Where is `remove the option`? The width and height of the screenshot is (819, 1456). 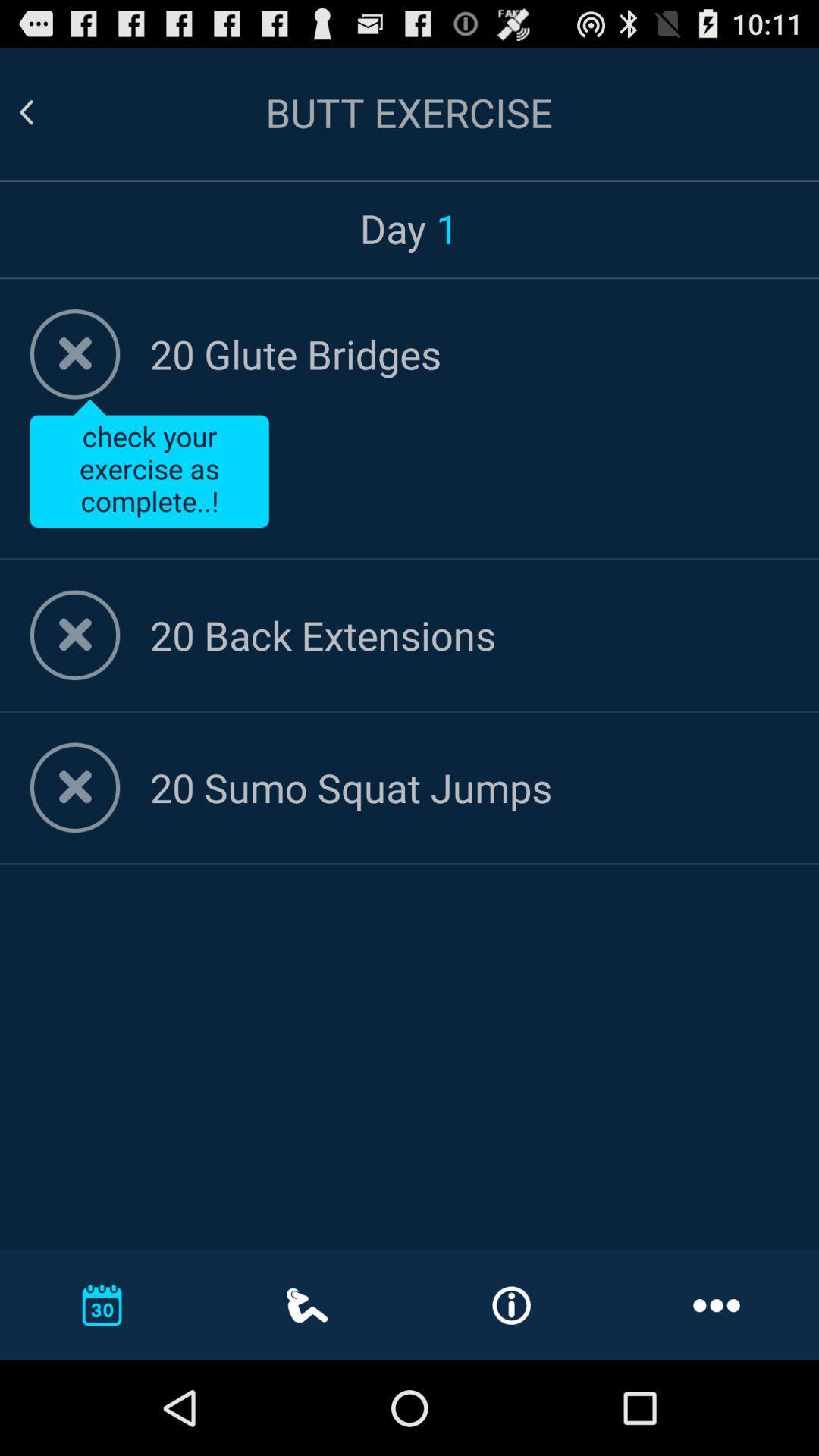
remove the option is located at coordinates (75, 635).